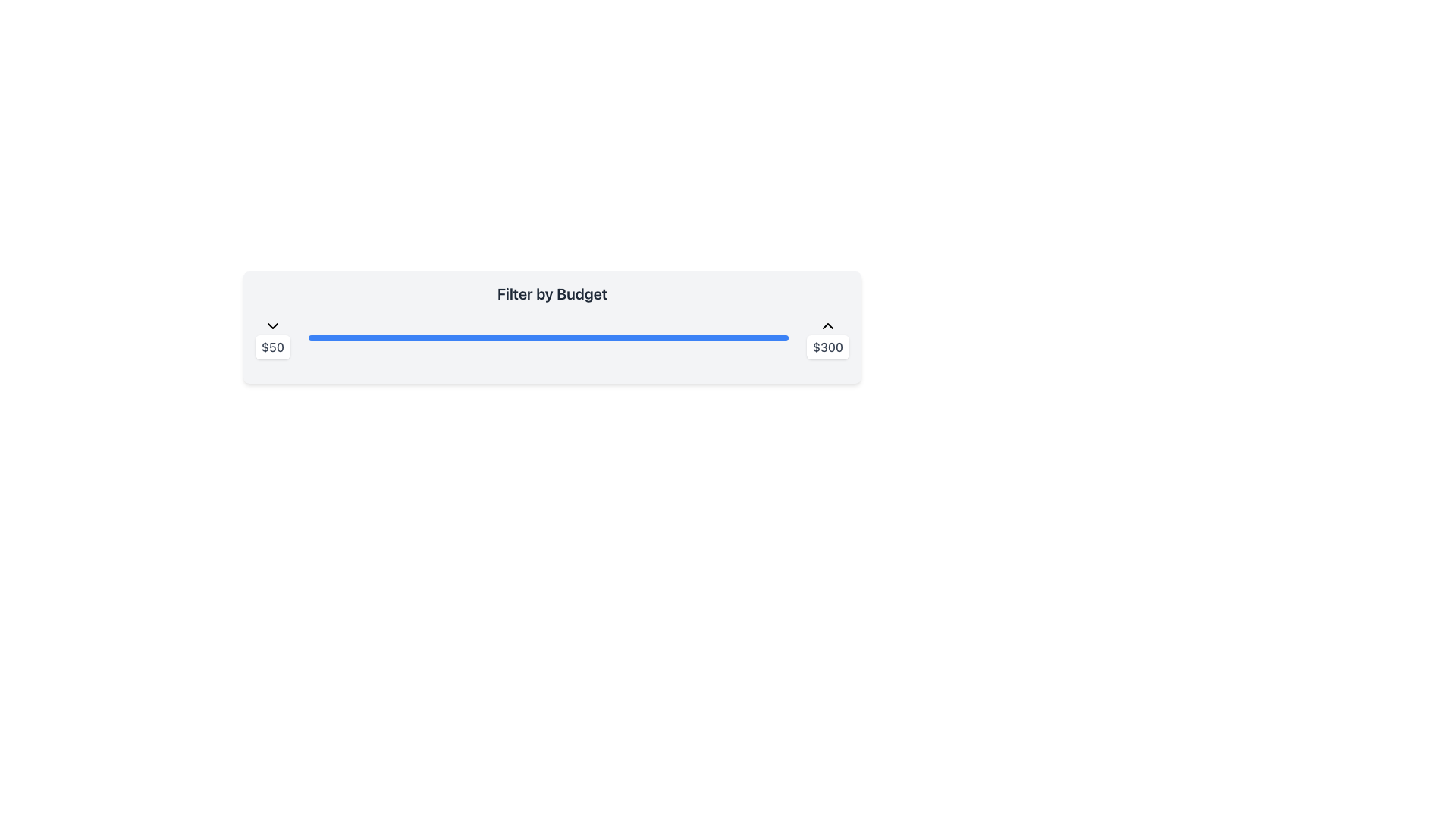 The height and width of the screenshot is (819, 1456). What do you see at coordinates (548, 337) in the screenshot?
I see `the Range Slider Track, which visually represents a budget filter between the labels '$50' and '$300'` at bounding box center [548, 337].